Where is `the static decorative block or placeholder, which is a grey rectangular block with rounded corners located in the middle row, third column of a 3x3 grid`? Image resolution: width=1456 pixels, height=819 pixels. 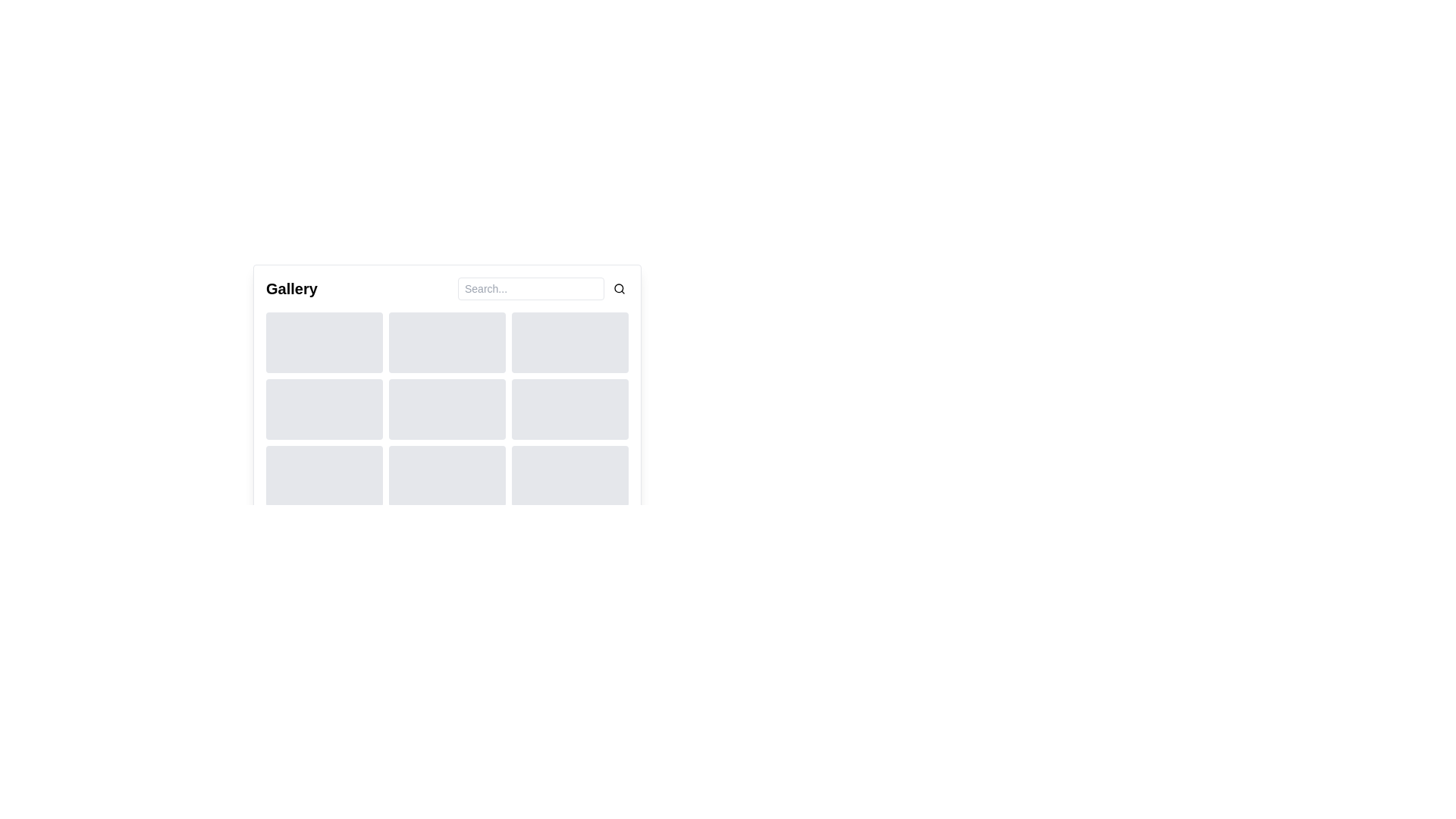
the static decorative block or placeholder, which is a grey rectangular block with rounded corners located in the middle row, third column of a 3x3 grid is located at coordinates (570, 409).